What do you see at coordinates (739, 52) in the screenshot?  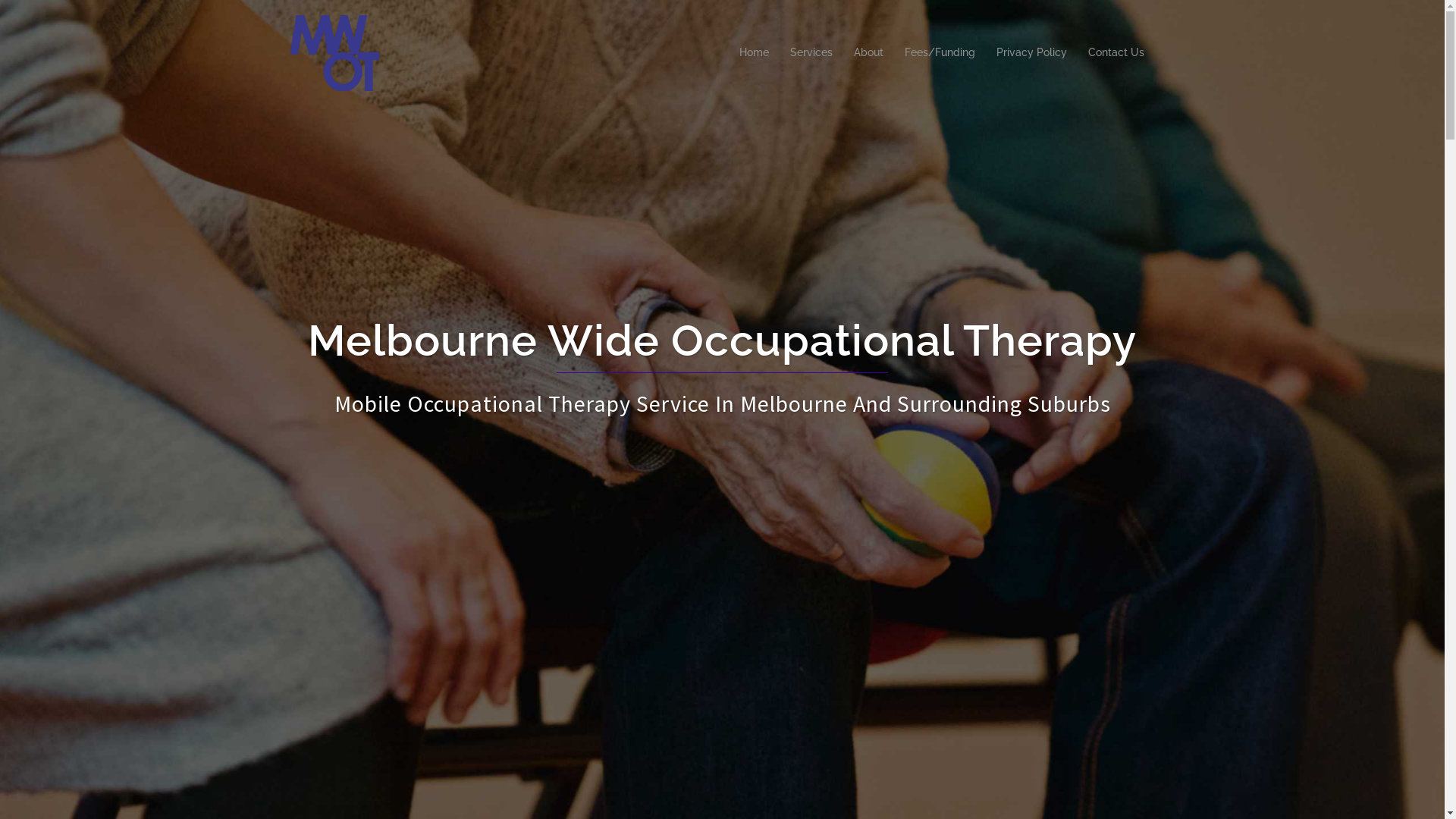 I see `'Home'` at bounding box center [739, 52].